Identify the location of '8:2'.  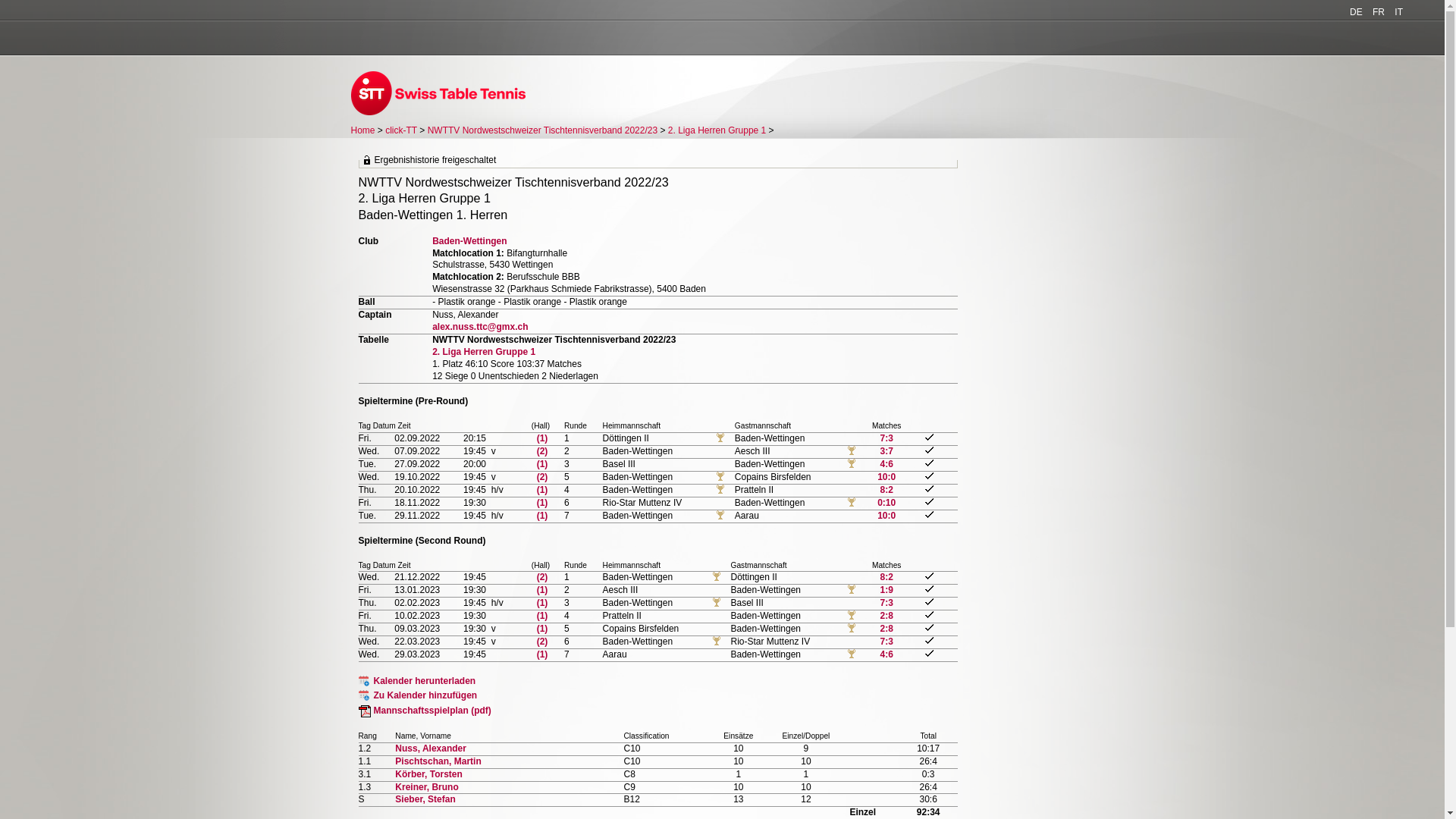
(886, 489).